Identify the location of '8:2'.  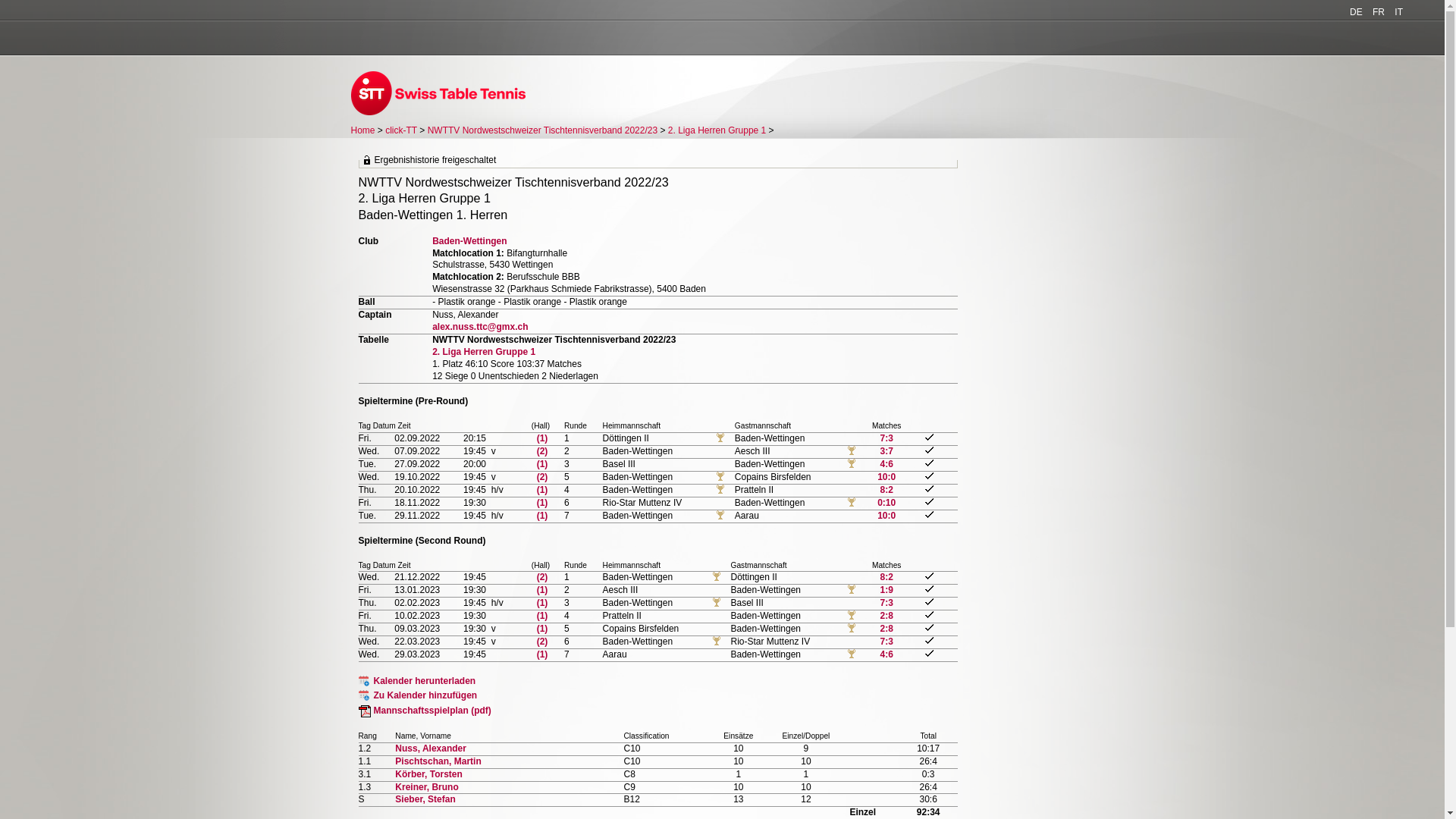
(886, 489).